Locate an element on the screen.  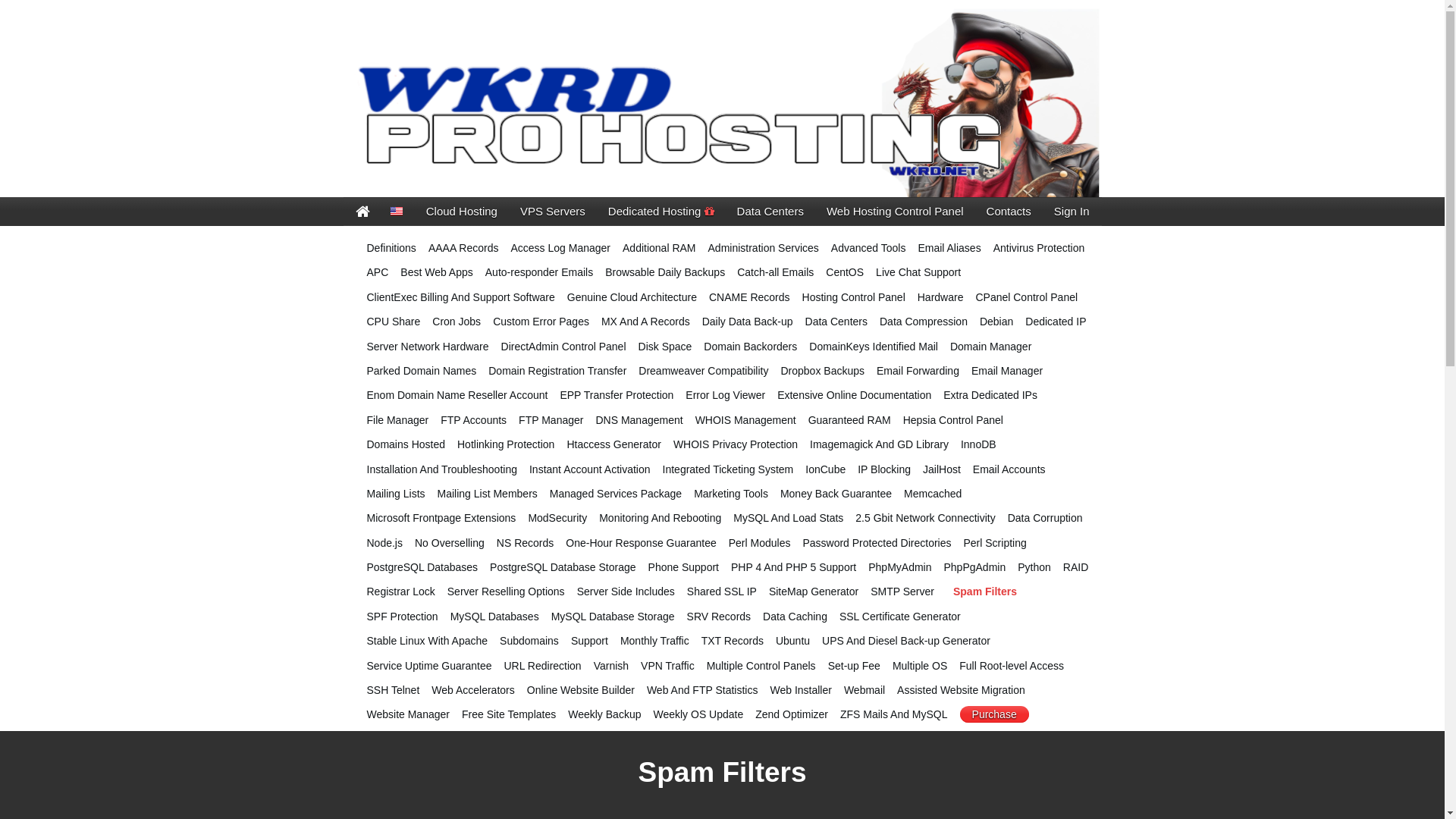
'Phone Support' is located at coordinates (682, 567).